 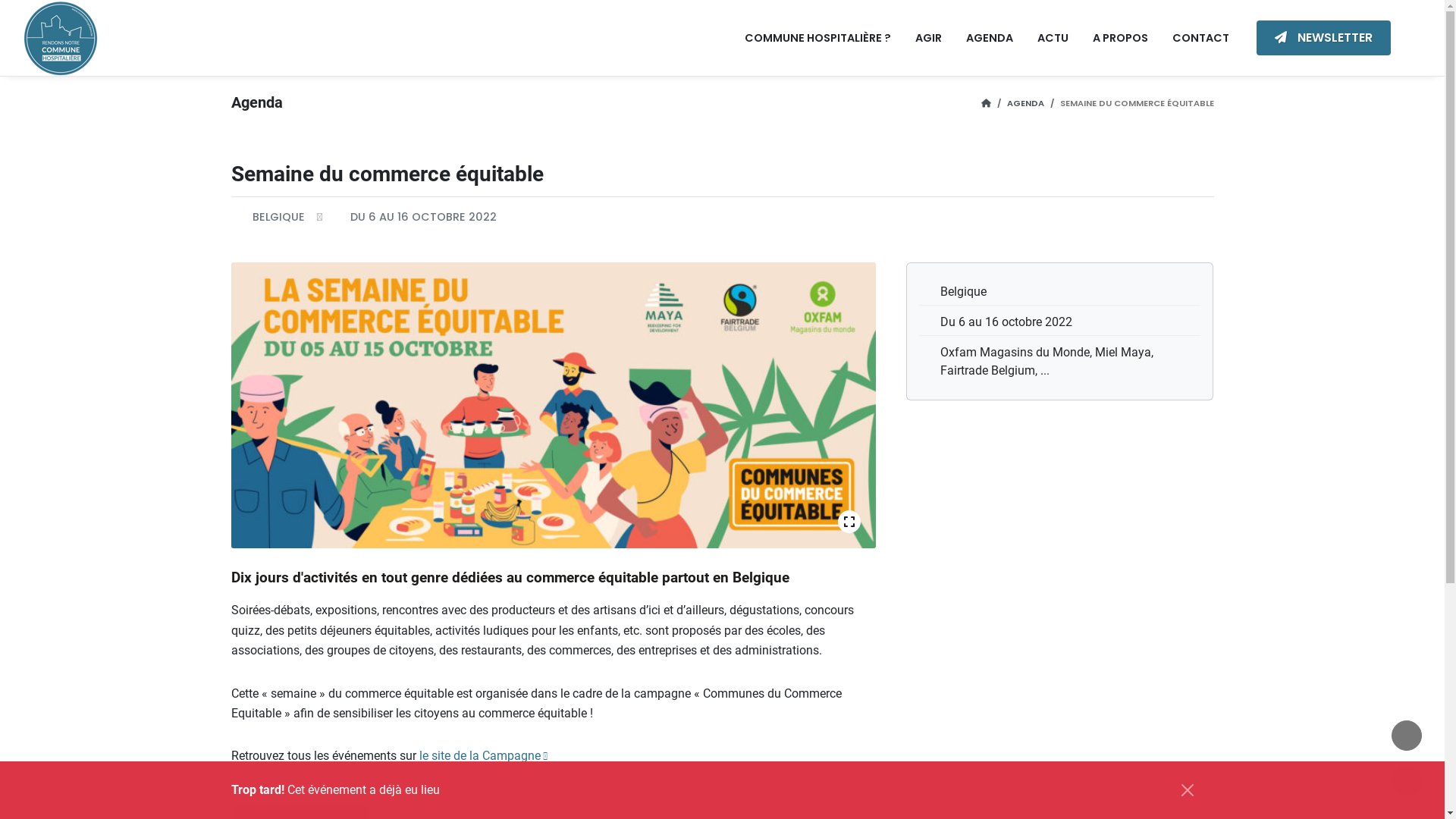 What do you see at coordinates (990, 37) in the screenshot?
I see `'AGENDA'` at bounding box center [990, 37].